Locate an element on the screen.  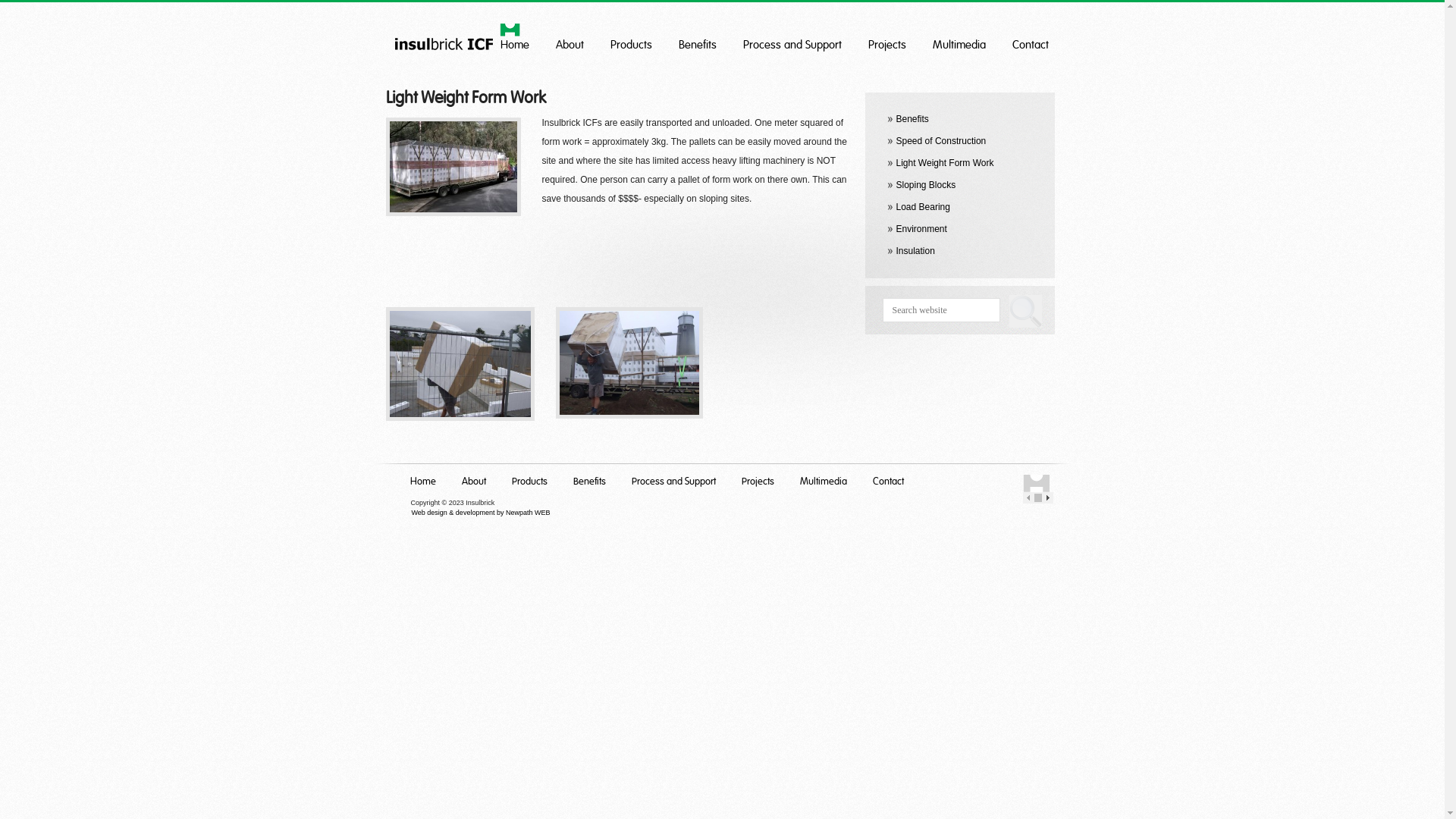
'Multimedia' is located at coordinates (959, 40).